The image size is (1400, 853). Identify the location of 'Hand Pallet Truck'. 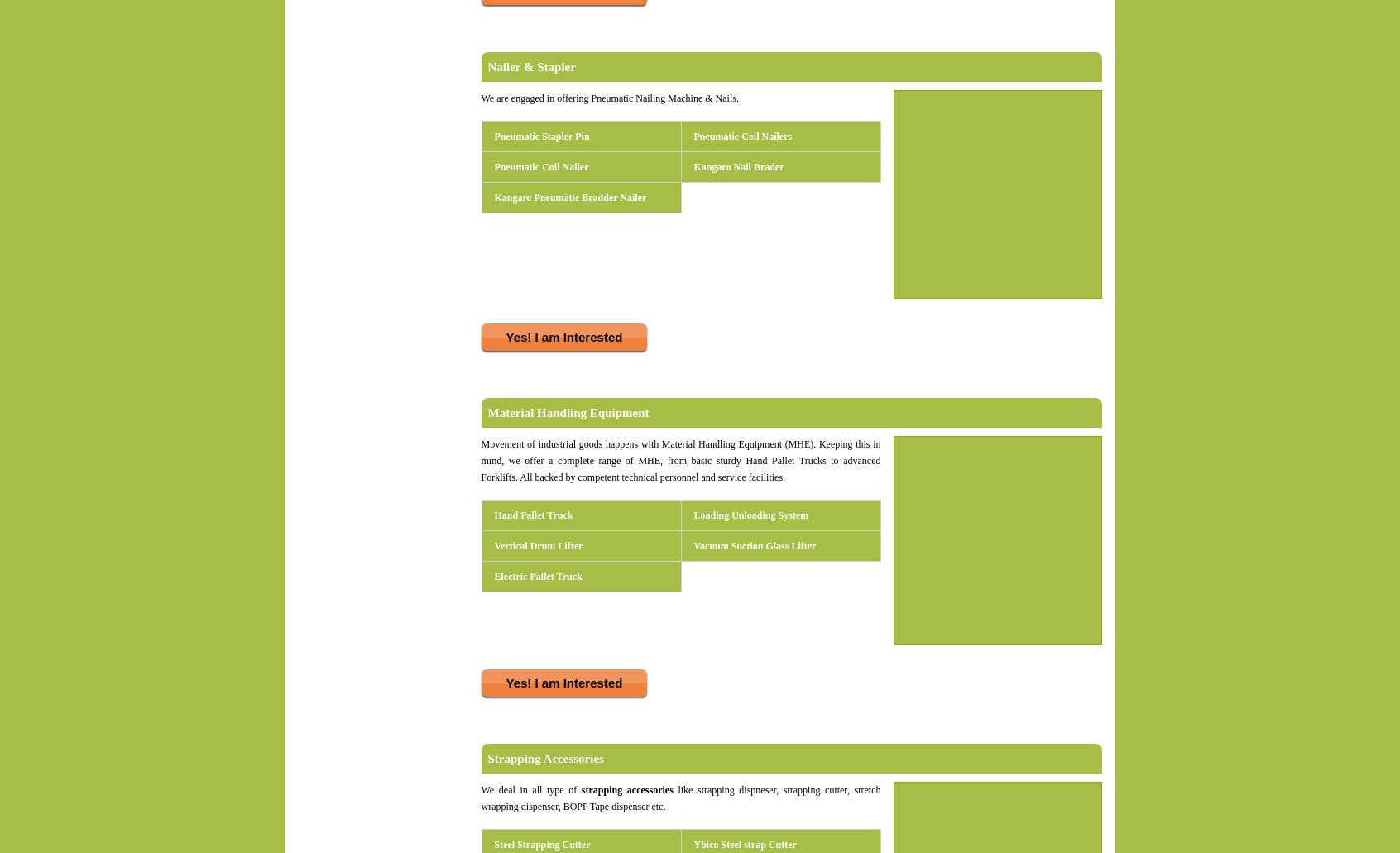
(533, 515).